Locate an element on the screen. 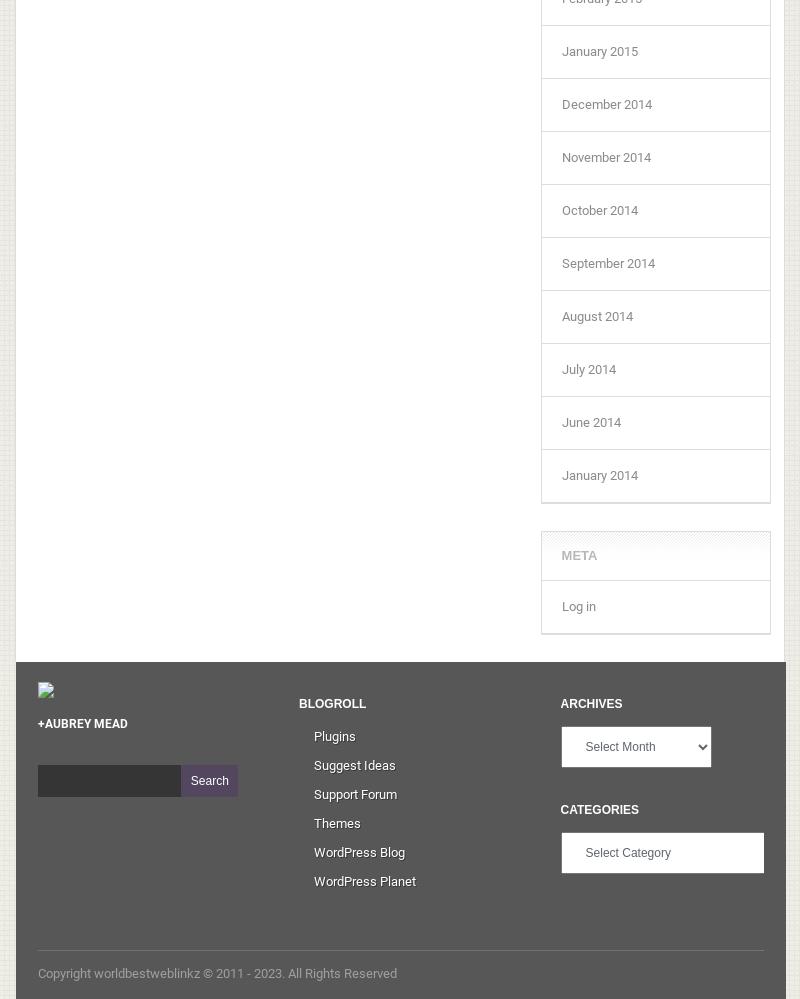 This screenshot has width=800, height=999. 'Suggest Ideas' is located at coordinates (313, 763).